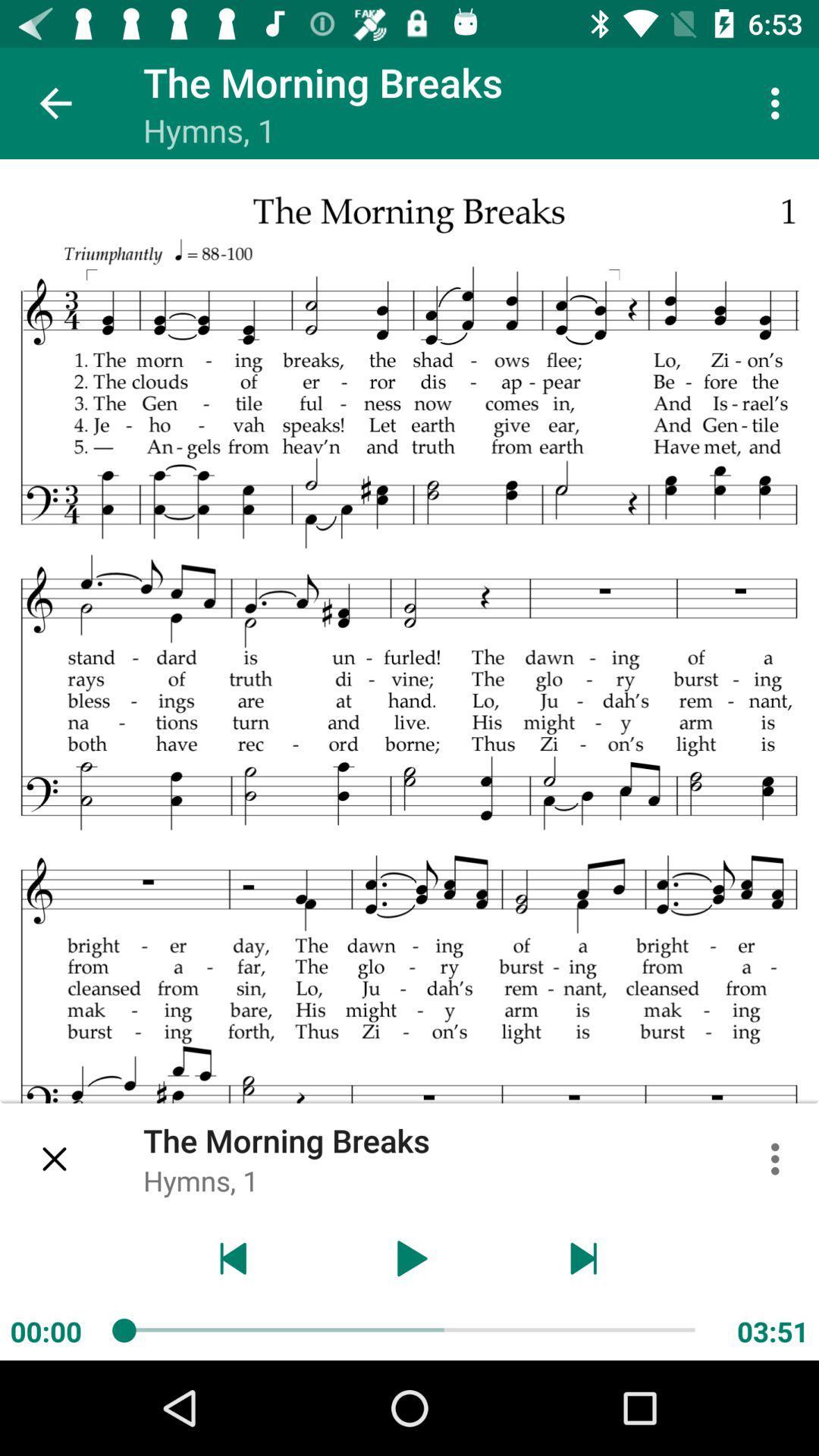 This screenshot has width=819, height=1456. What do you see at coordinates (234, 1258) in the screenshot?
I see `repeat this track` at bounding box center [234, 1258].